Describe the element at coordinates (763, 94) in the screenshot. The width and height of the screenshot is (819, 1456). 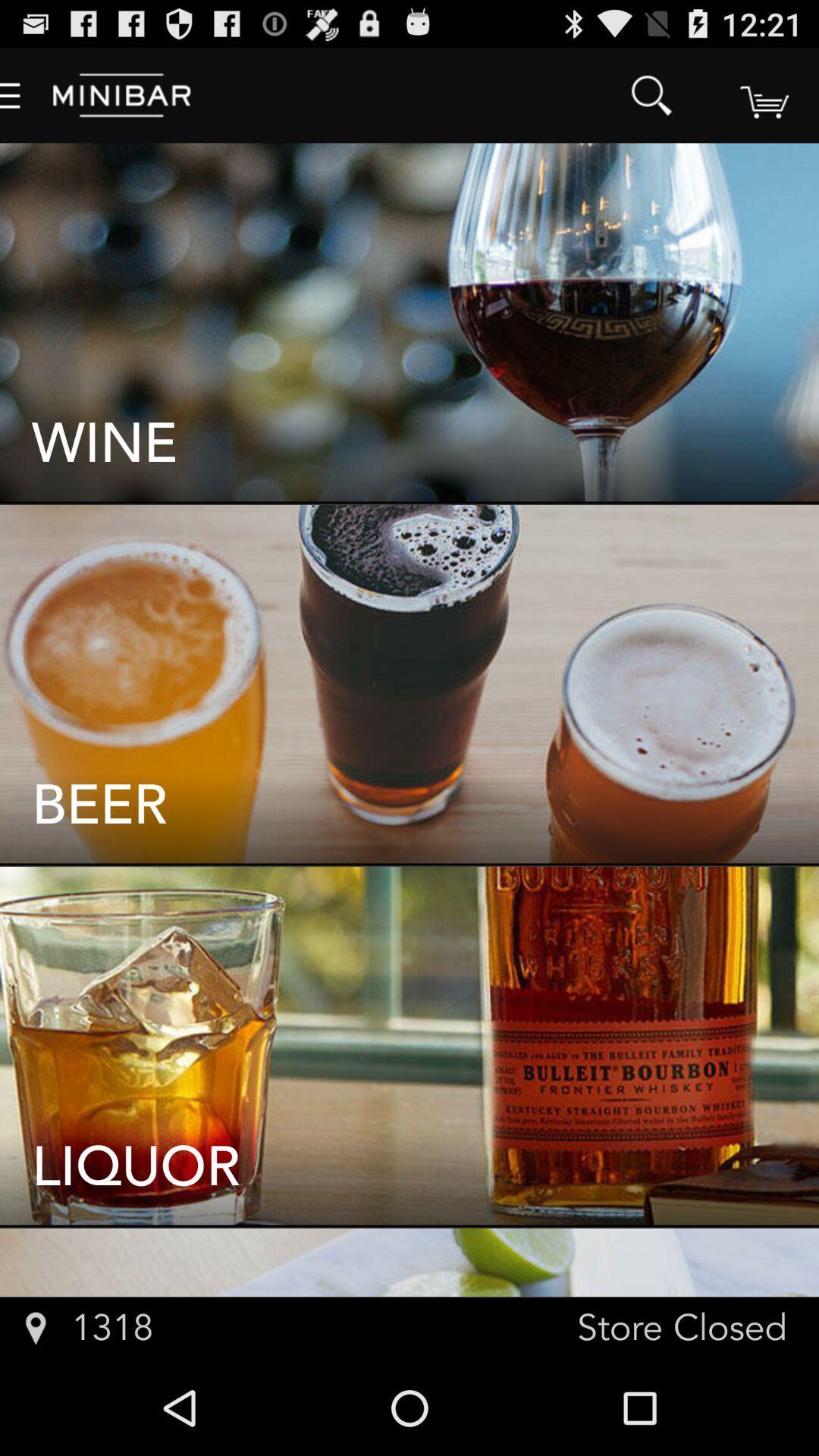
I see `seach page` at that location.